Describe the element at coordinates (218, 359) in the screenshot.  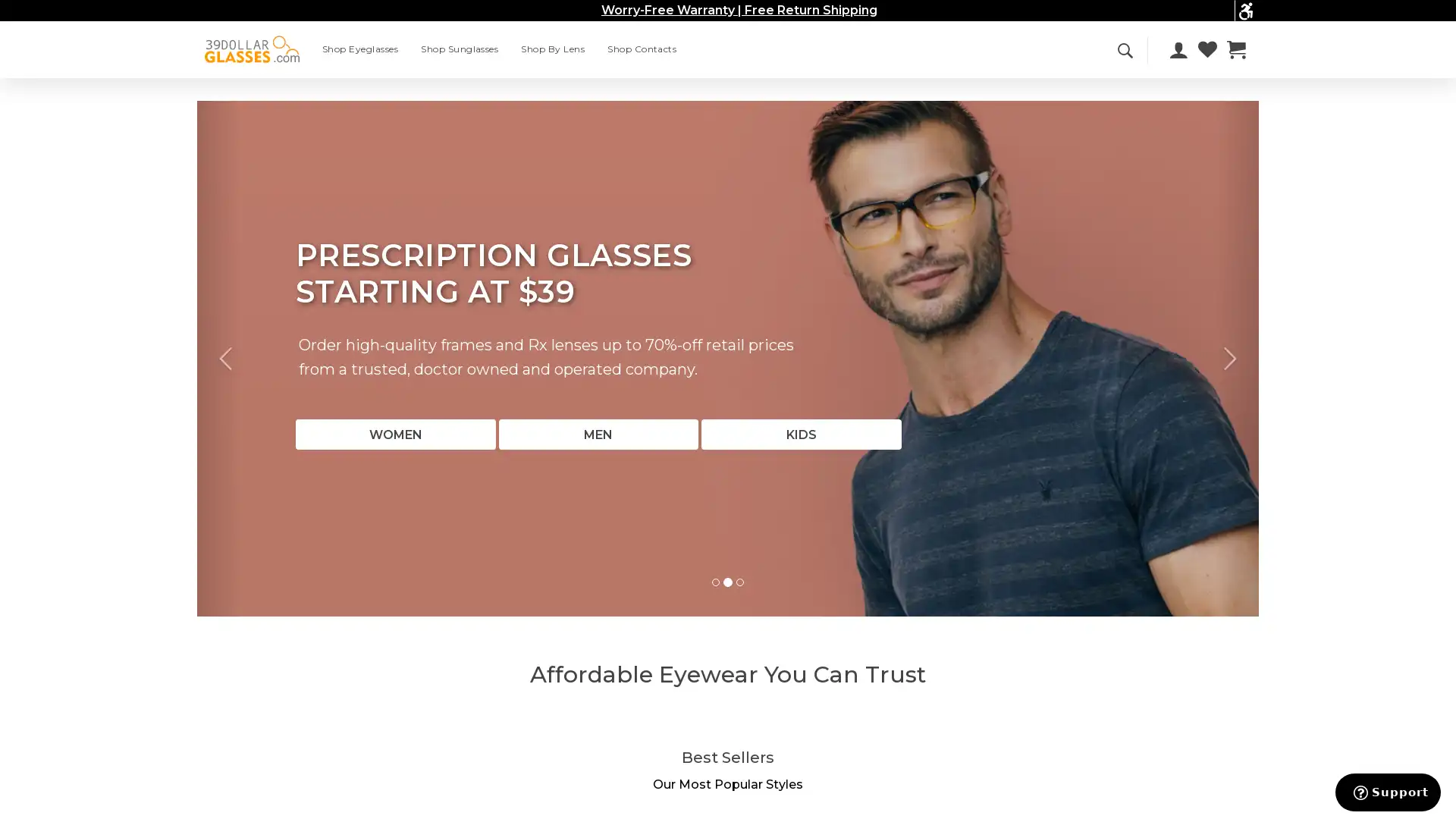
I see `Previous` at that location.